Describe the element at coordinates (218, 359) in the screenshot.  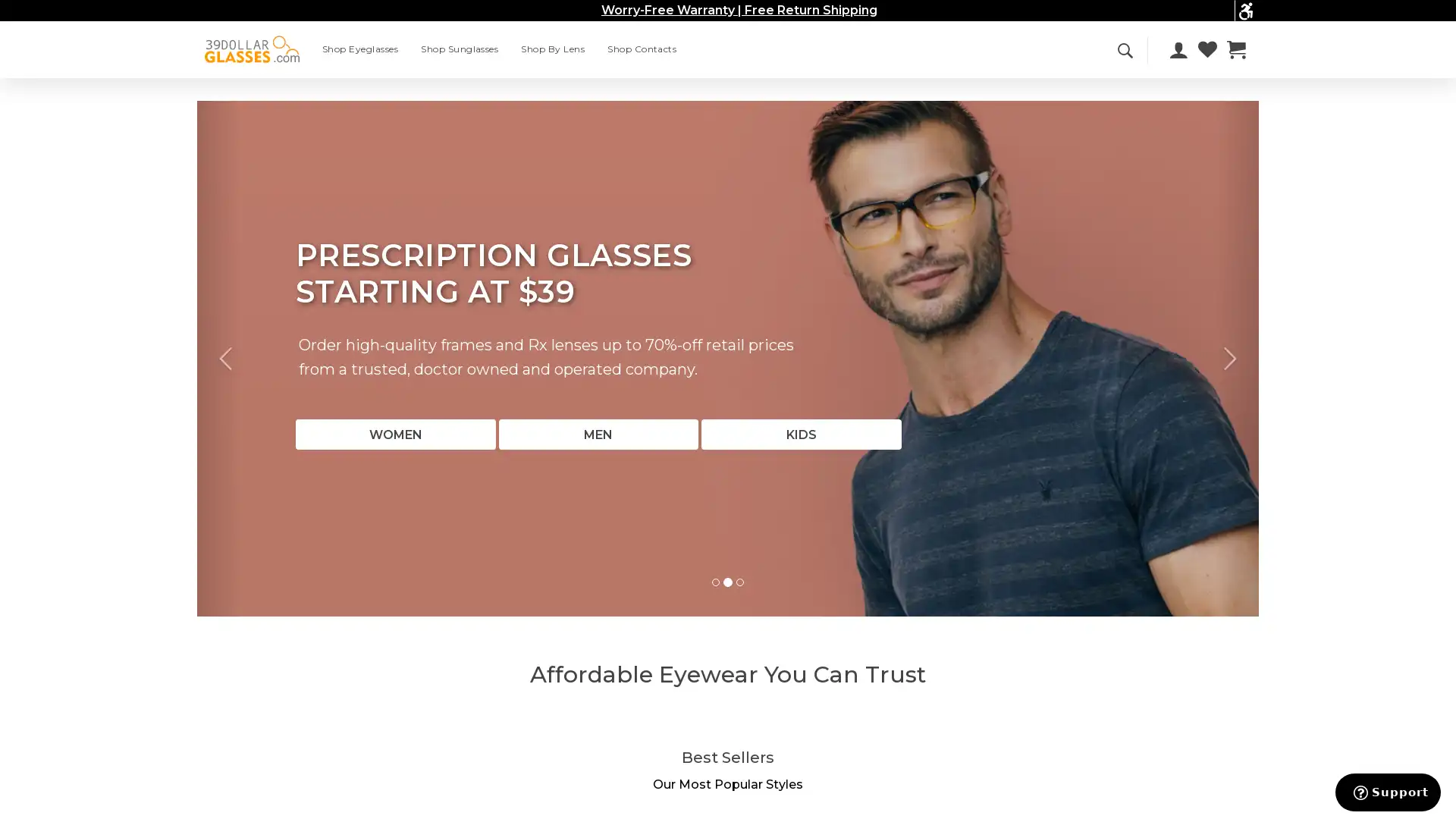
I see `Previous` at that location.